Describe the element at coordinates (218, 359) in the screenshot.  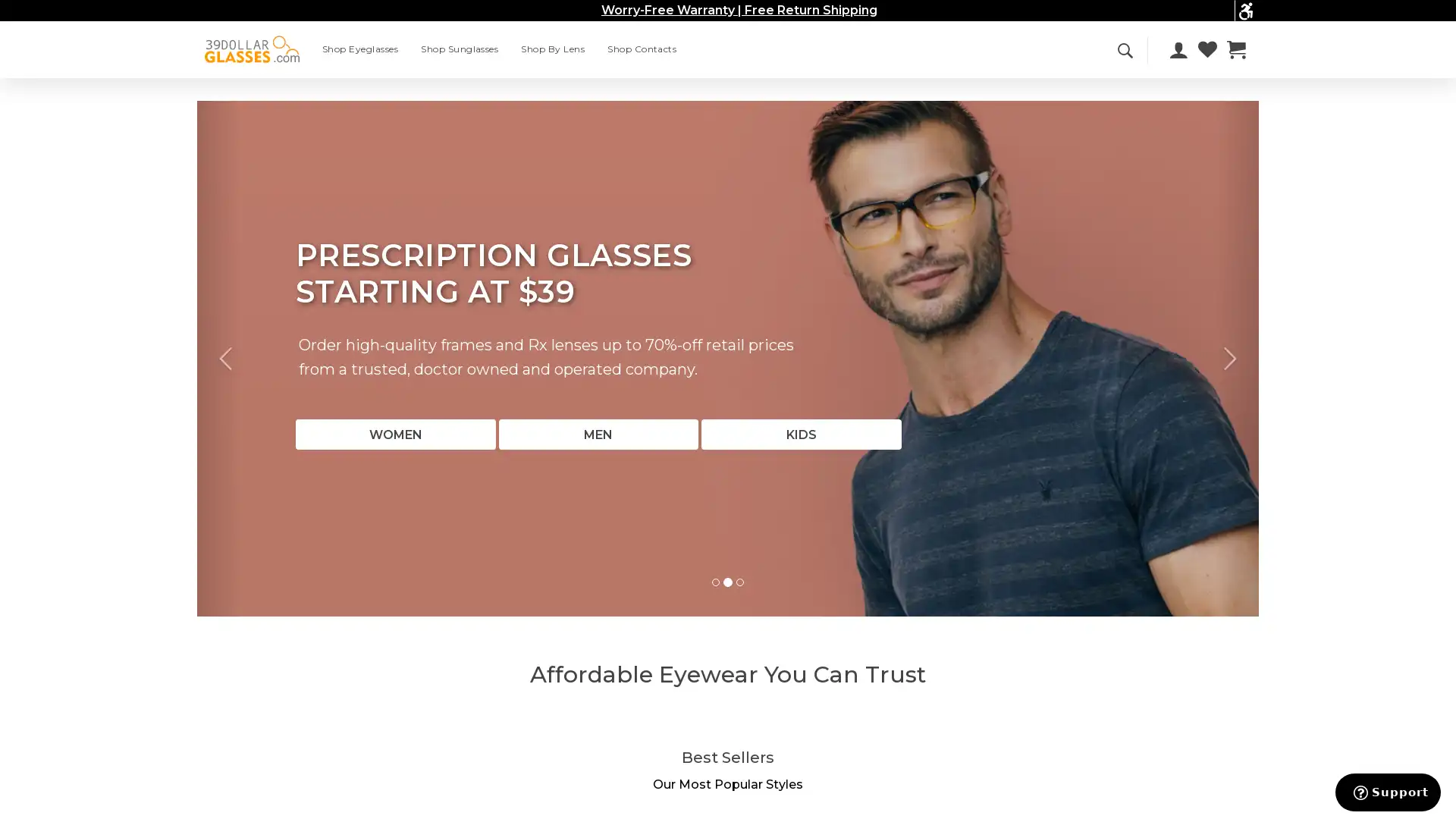
I see `Previous` at that location.